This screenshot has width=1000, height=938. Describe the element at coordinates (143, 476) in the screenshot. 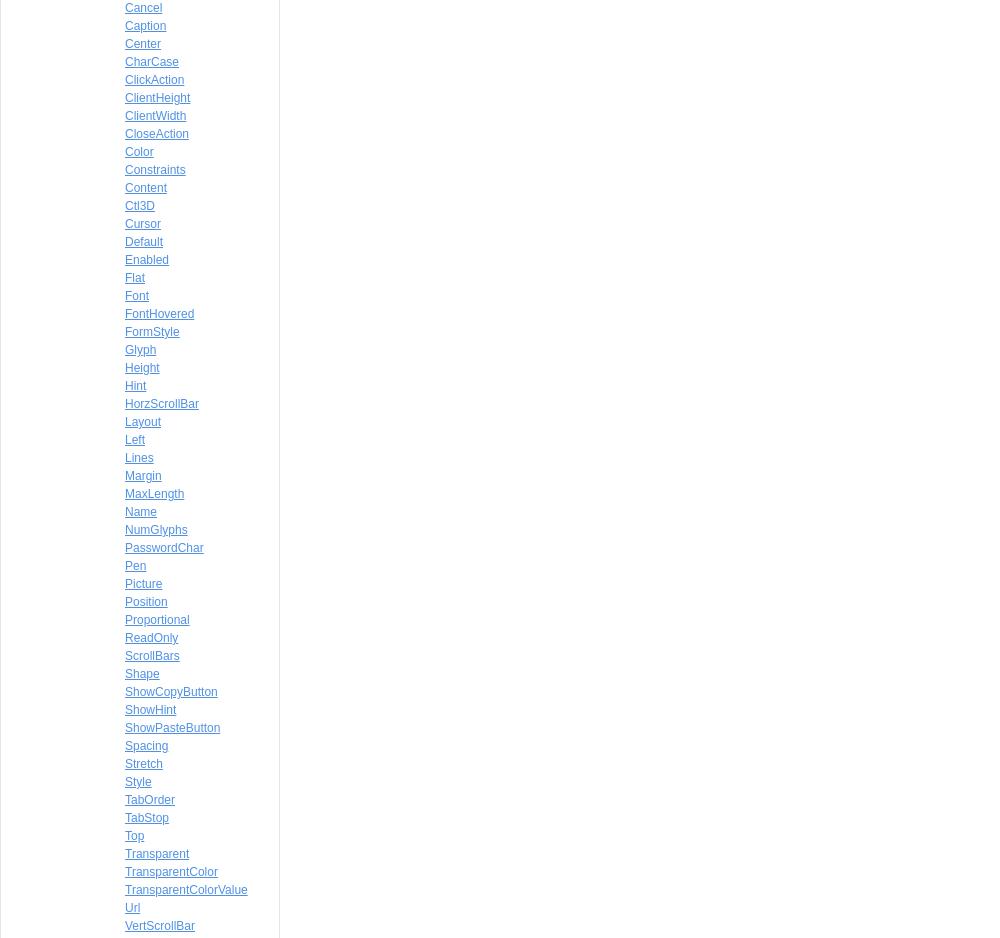

I see `'Margin'` at that location.